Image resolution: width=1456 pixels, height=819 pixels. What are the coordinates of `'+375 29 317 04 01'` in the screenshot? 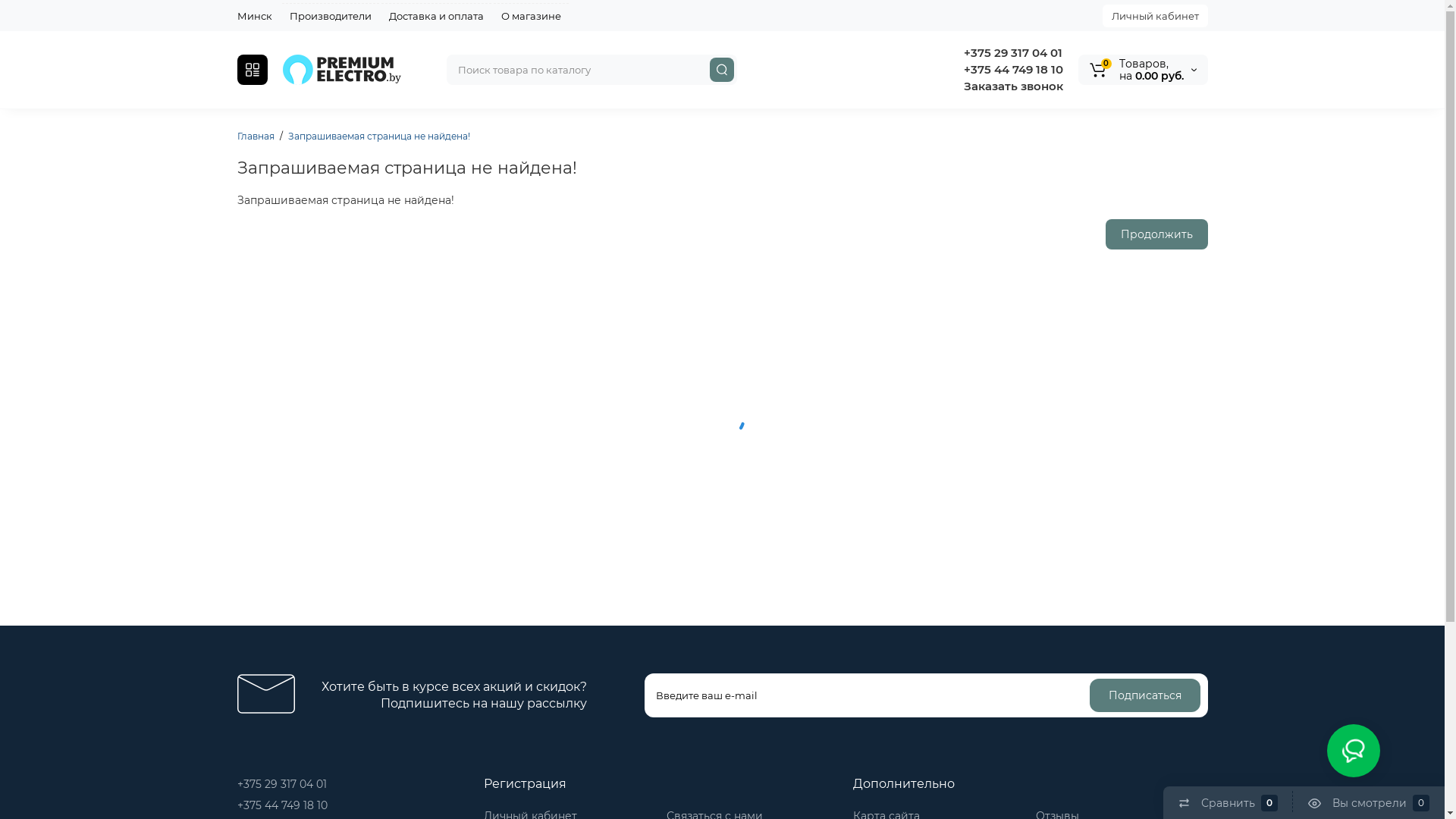 It's located at (281, 783).